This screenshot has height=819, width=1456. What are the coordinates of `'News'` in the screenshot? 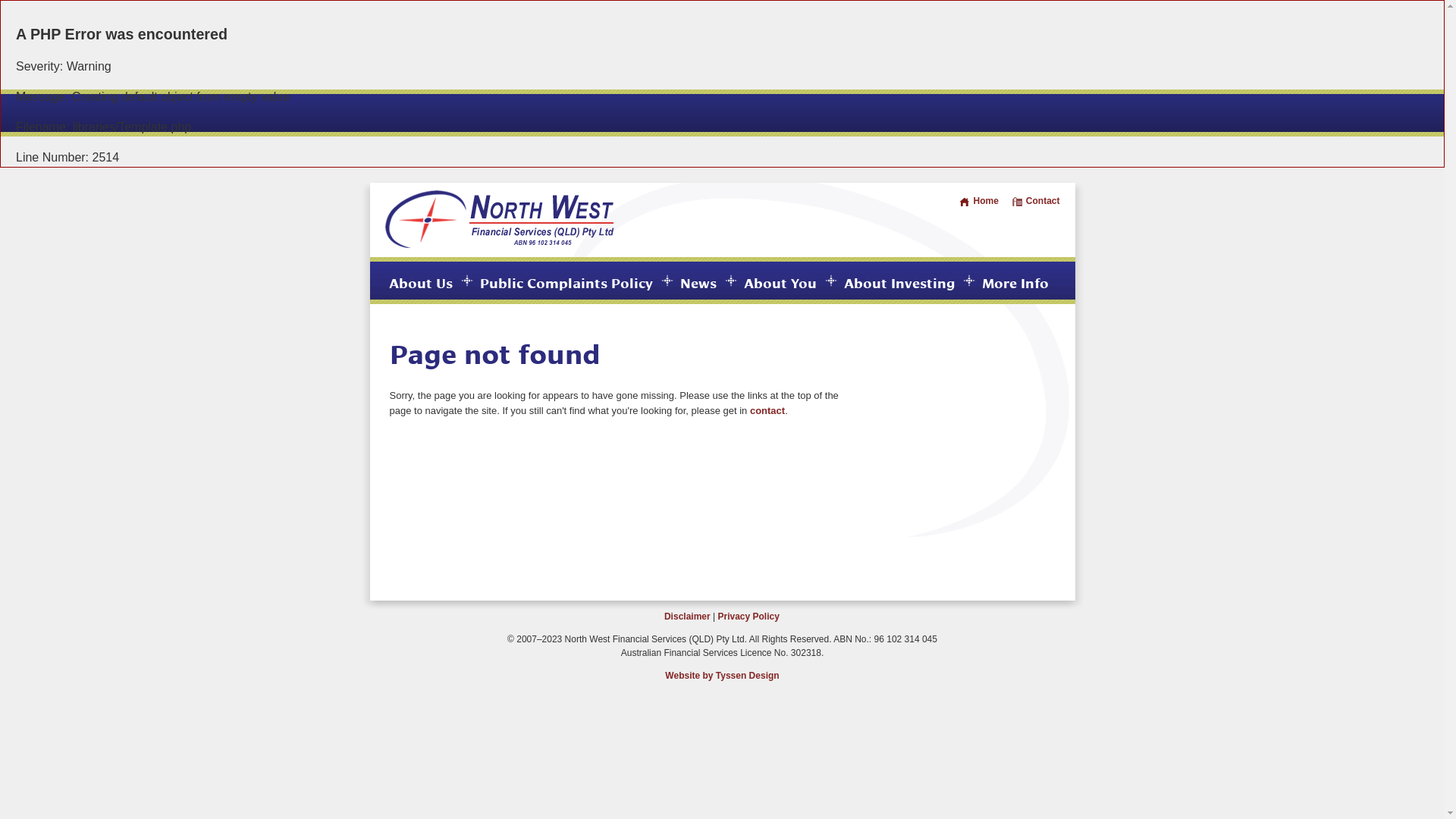 It's located at (697, 281).